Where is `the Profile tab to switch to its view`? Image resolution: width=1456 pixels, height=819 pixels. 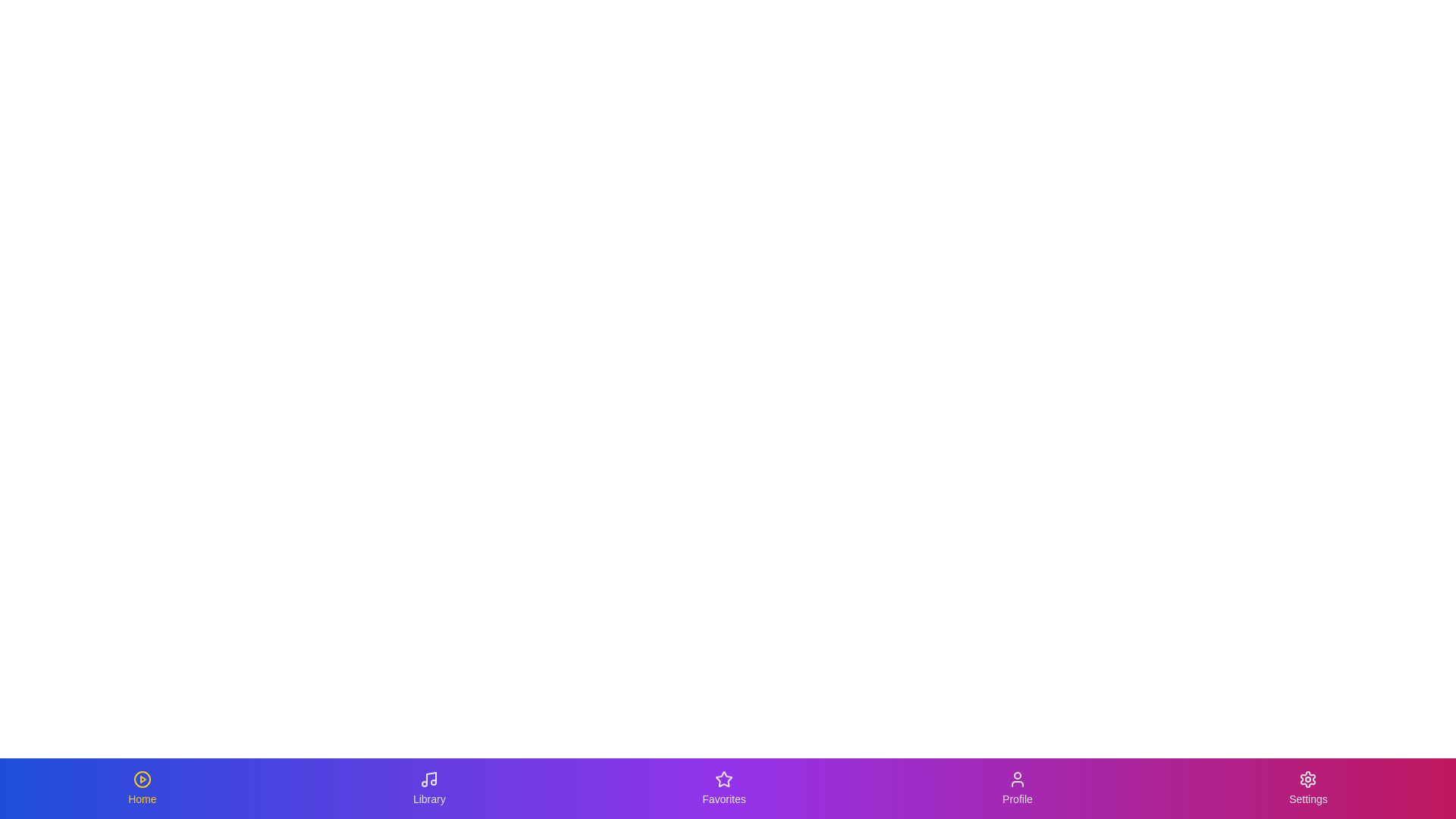
the Profile tab to switch to its view is located at coordinates (1017, 788).